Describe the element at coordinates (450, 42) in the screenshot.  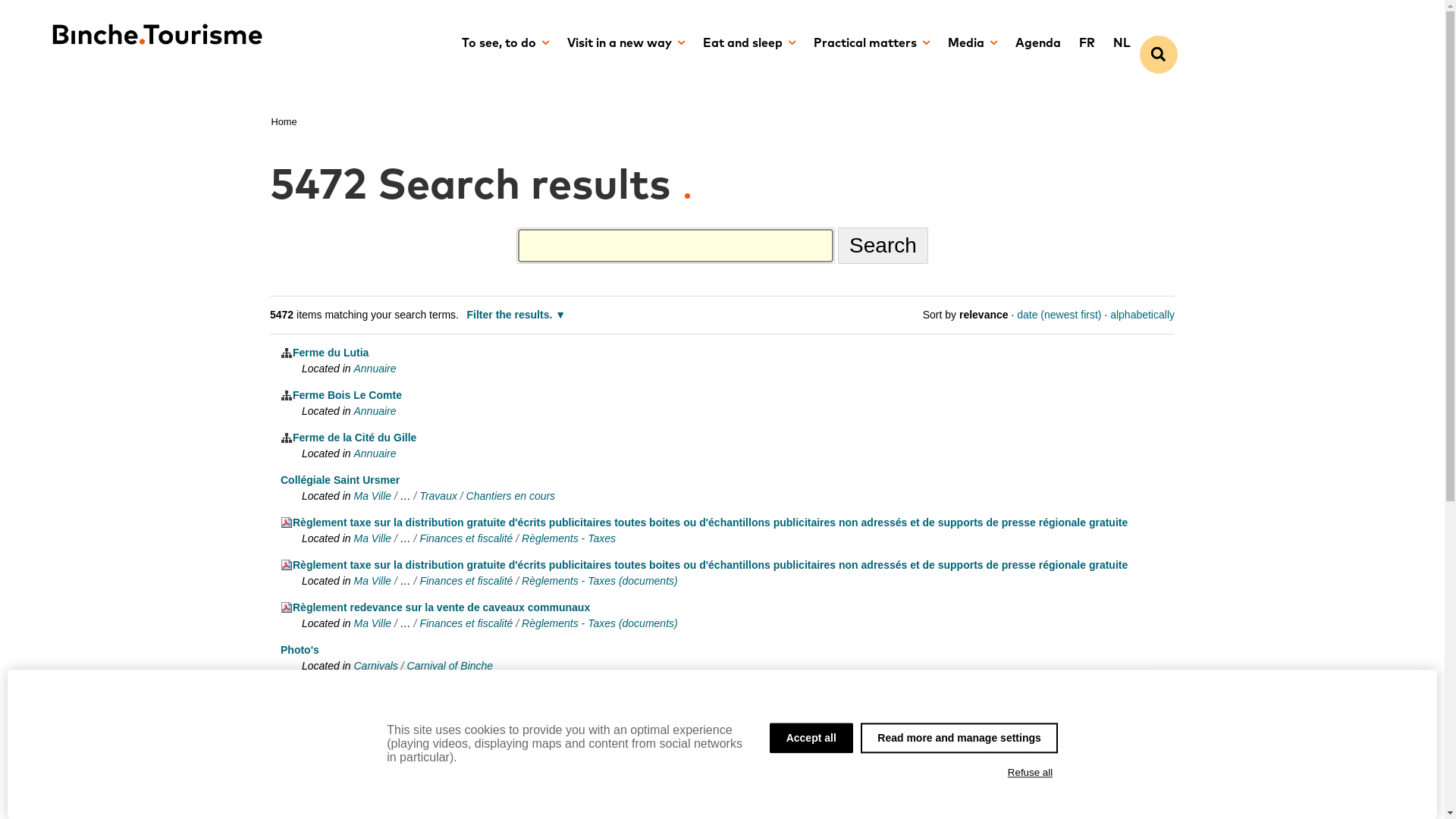
I see `'To see, to do'` at that location.